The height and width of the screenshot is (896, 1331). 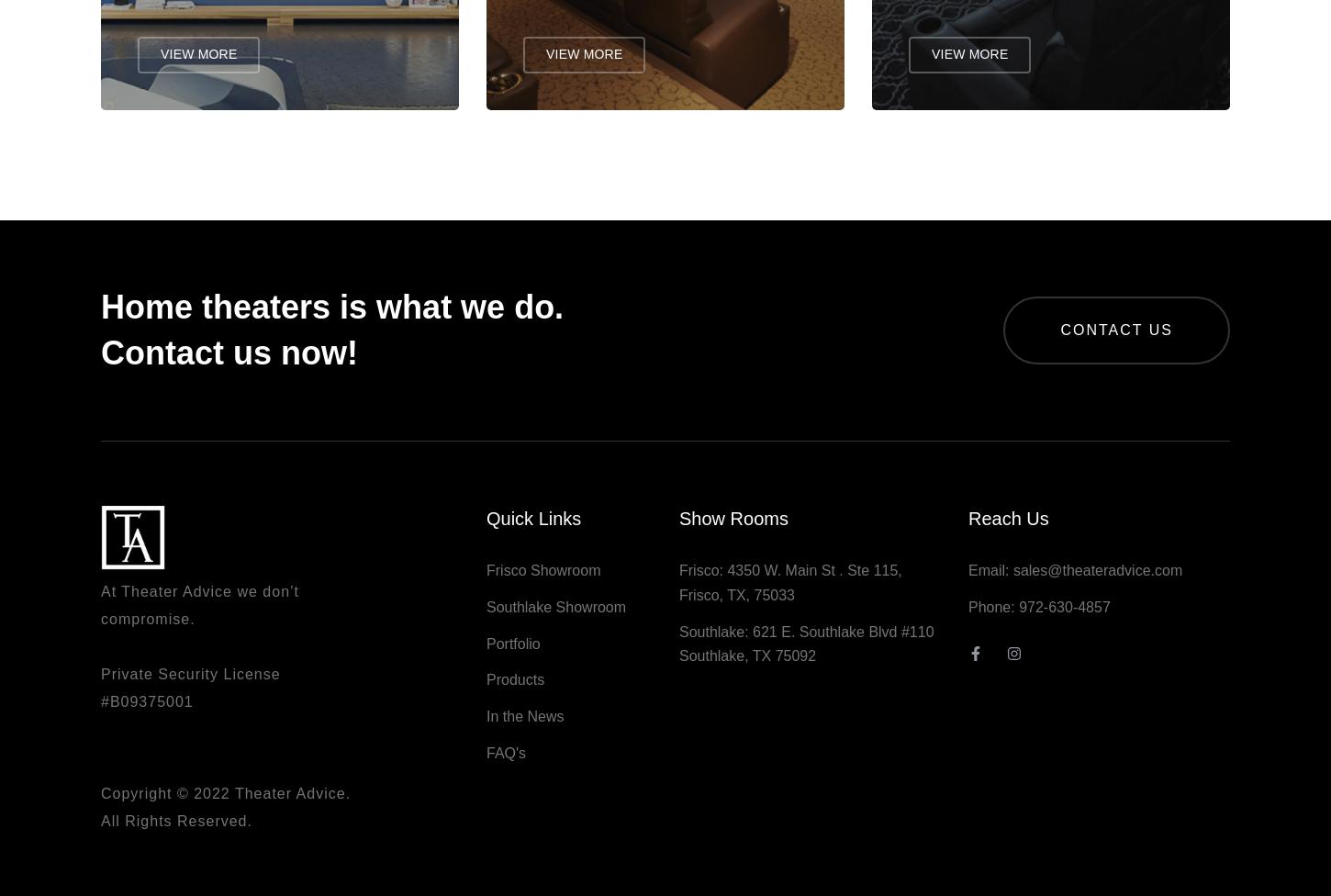 I want to click on 'Private Security License #B09375001', so click(x=189, y=697).